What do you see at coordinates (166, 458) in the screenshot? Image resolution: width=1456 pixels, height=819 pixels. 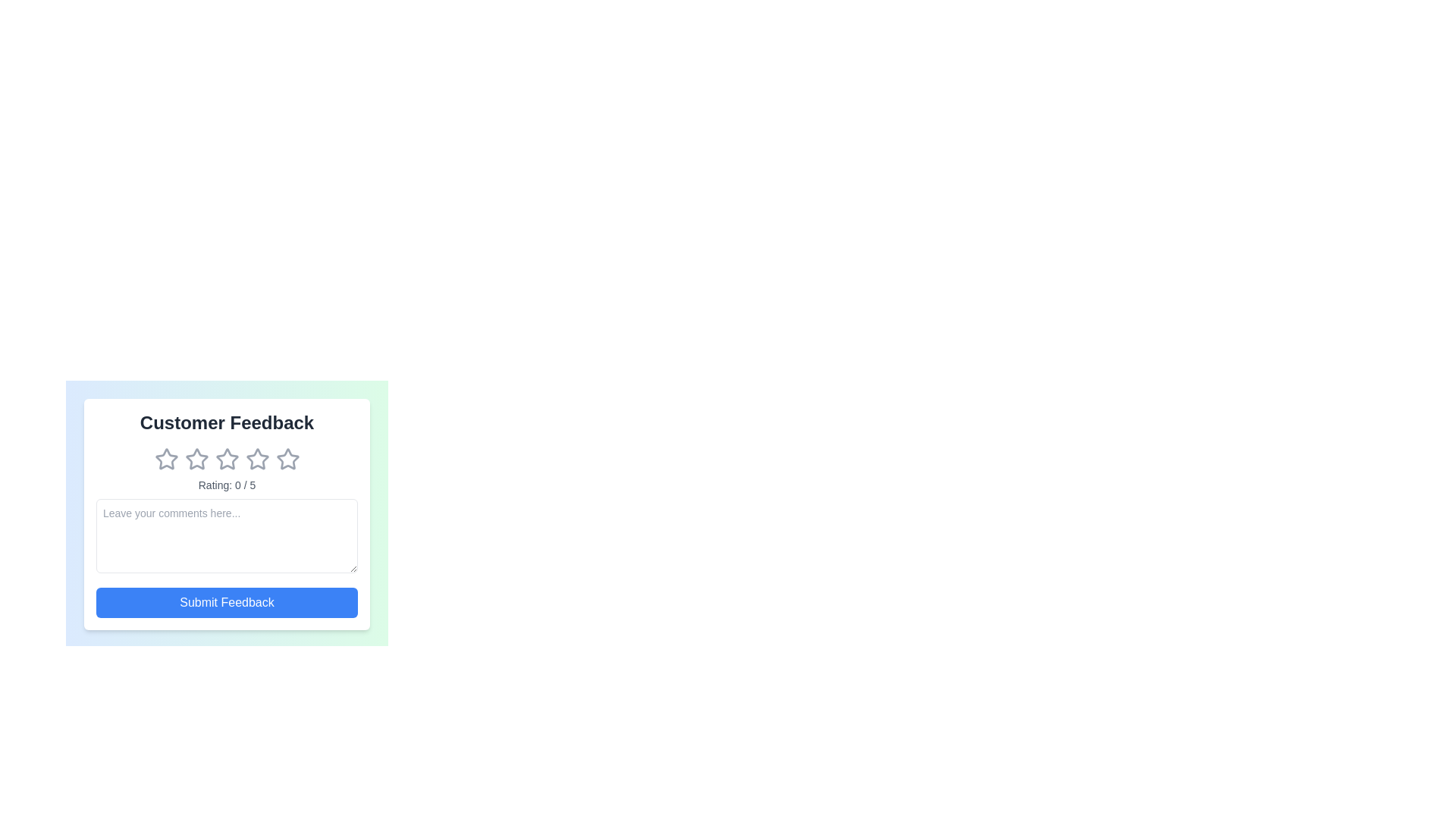 I see `the star corresponding to the 1 rating` at bounding box center [166, 458].